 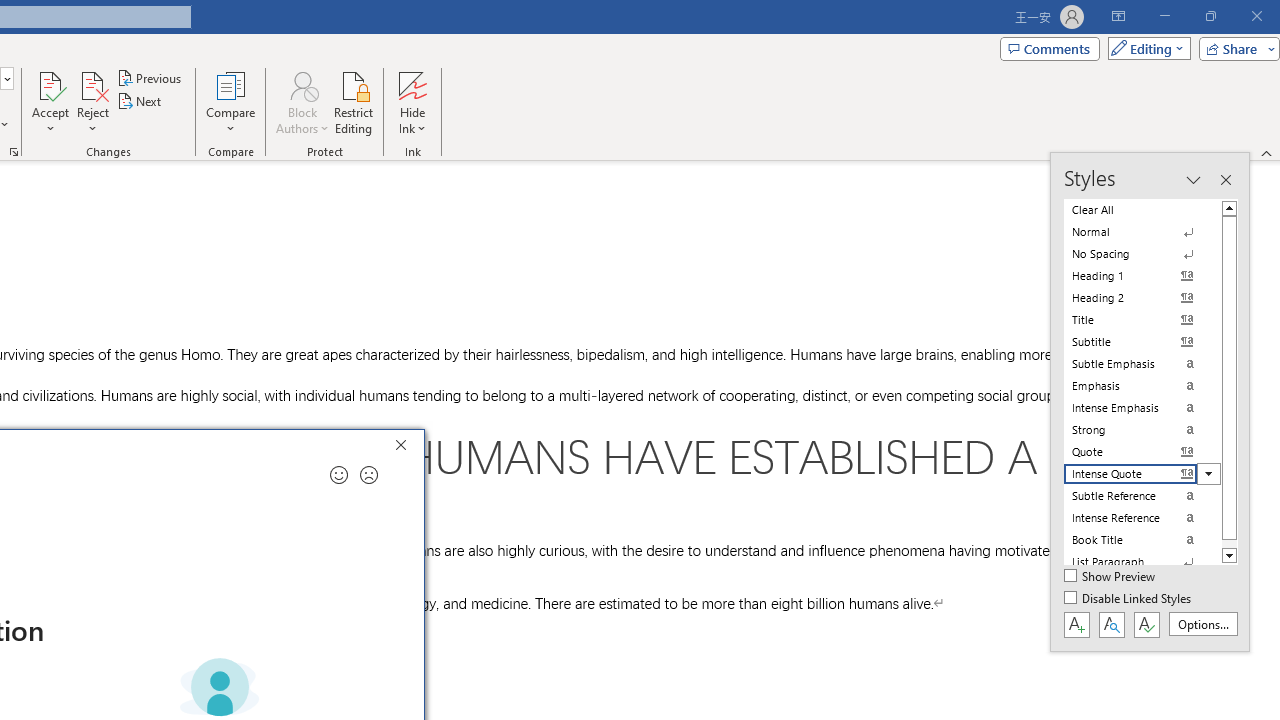 What do you see at coordinates (1142, 363) in the screenshot?
I see `'Subtle Emphasis'` at bounding box center [1142, 363].